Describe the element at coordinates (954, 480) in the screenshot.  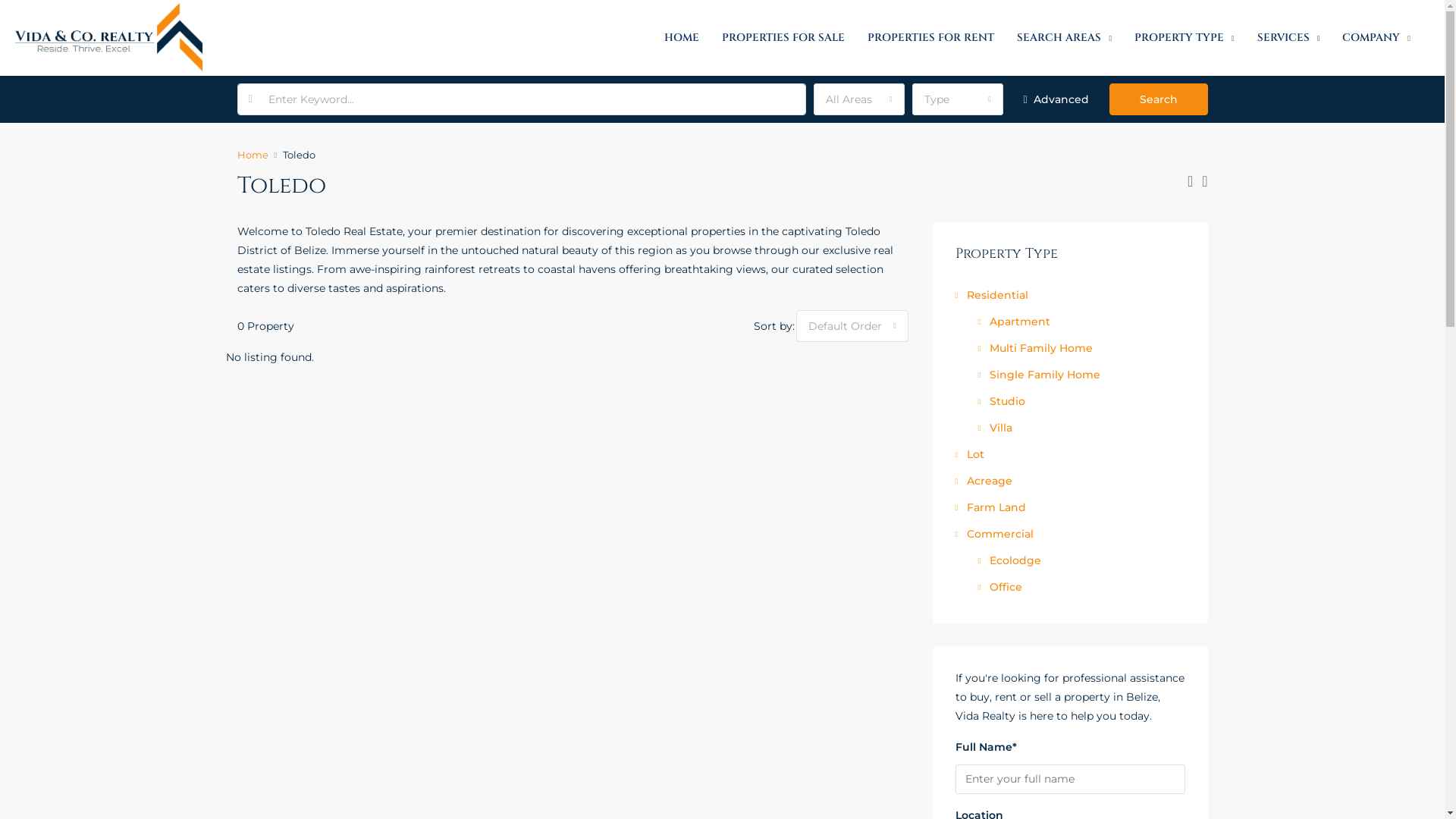
I see `'Acreage'` at that location.